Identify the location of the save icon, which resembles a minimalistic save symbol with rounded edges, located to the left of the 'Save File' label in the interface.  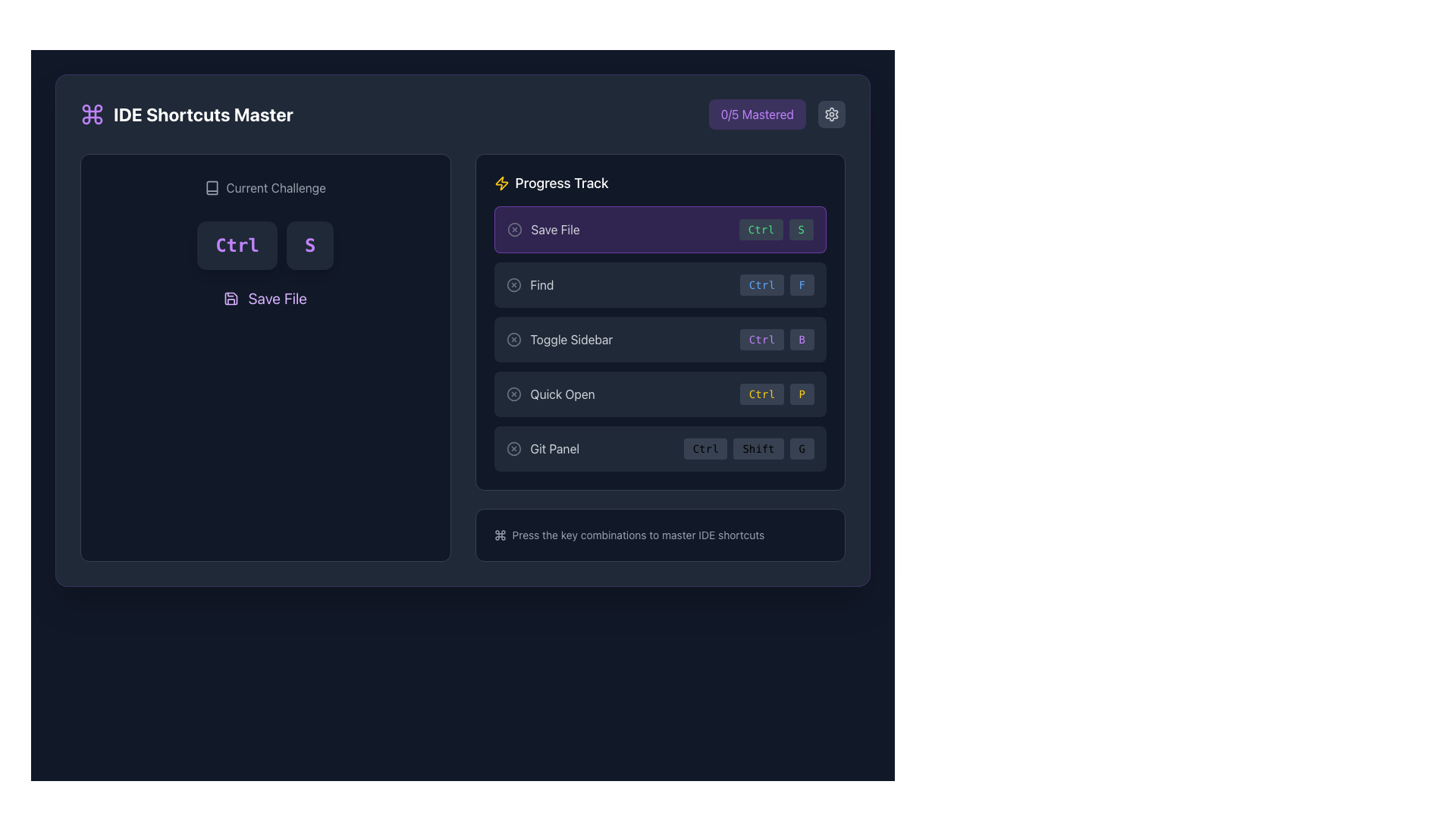
(231, 298).